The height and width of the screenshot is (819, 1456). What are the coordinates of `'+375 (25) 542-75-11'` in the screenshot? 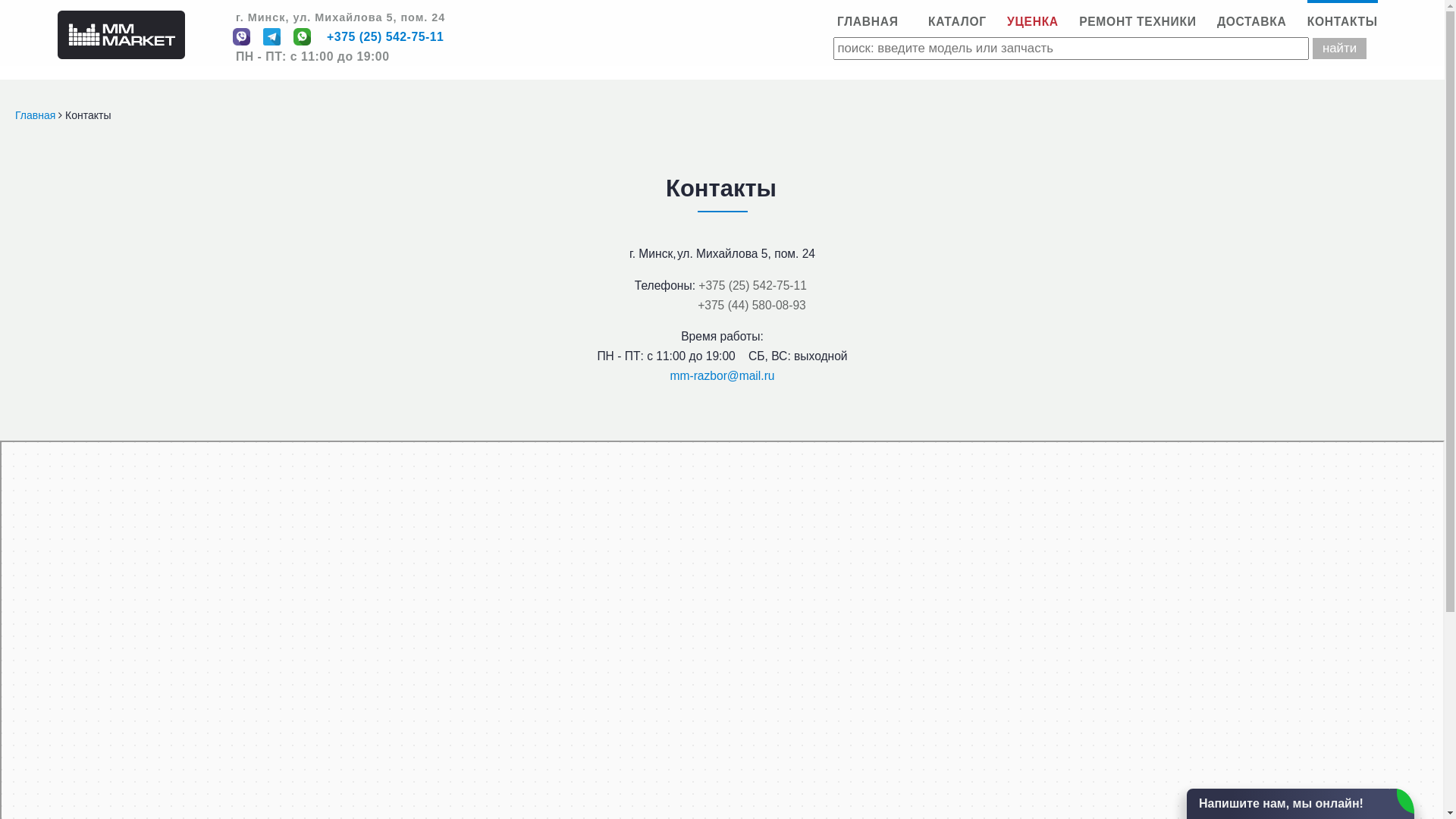 It's located at (698, 285).